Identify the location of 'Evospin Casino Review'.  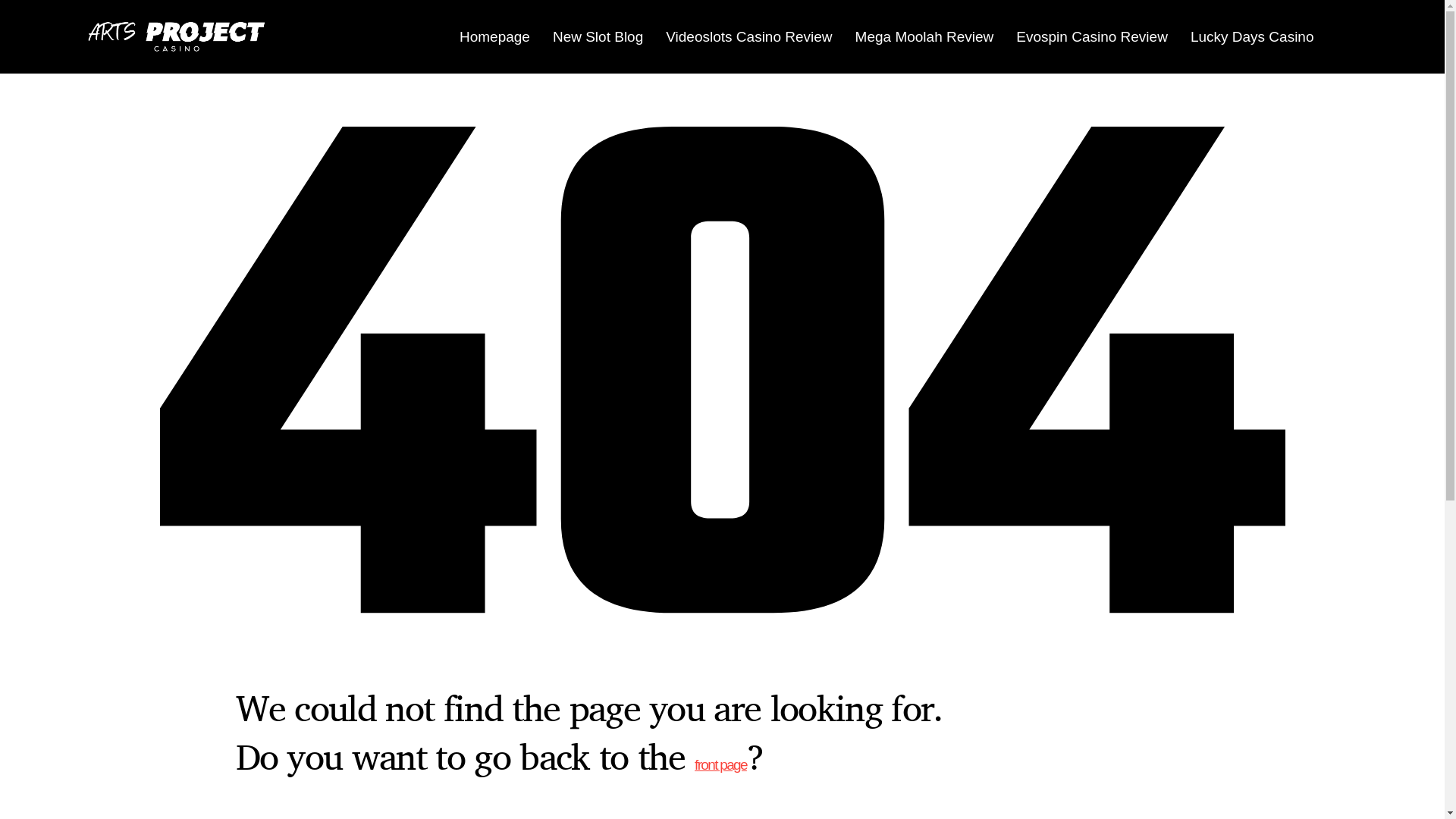
(1092, 35).